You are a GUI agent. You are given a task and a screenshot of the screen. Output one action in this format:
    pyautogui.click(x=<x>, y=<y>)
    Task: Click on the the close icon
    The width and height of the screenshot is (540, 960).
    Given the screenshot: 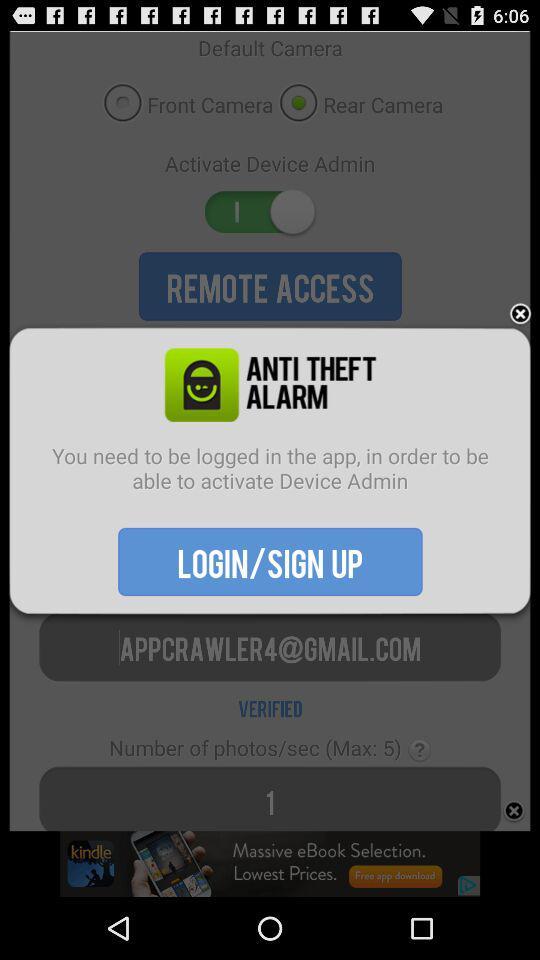 What is the action you would take?
    pyautogui.click(x=520, y=336)
    